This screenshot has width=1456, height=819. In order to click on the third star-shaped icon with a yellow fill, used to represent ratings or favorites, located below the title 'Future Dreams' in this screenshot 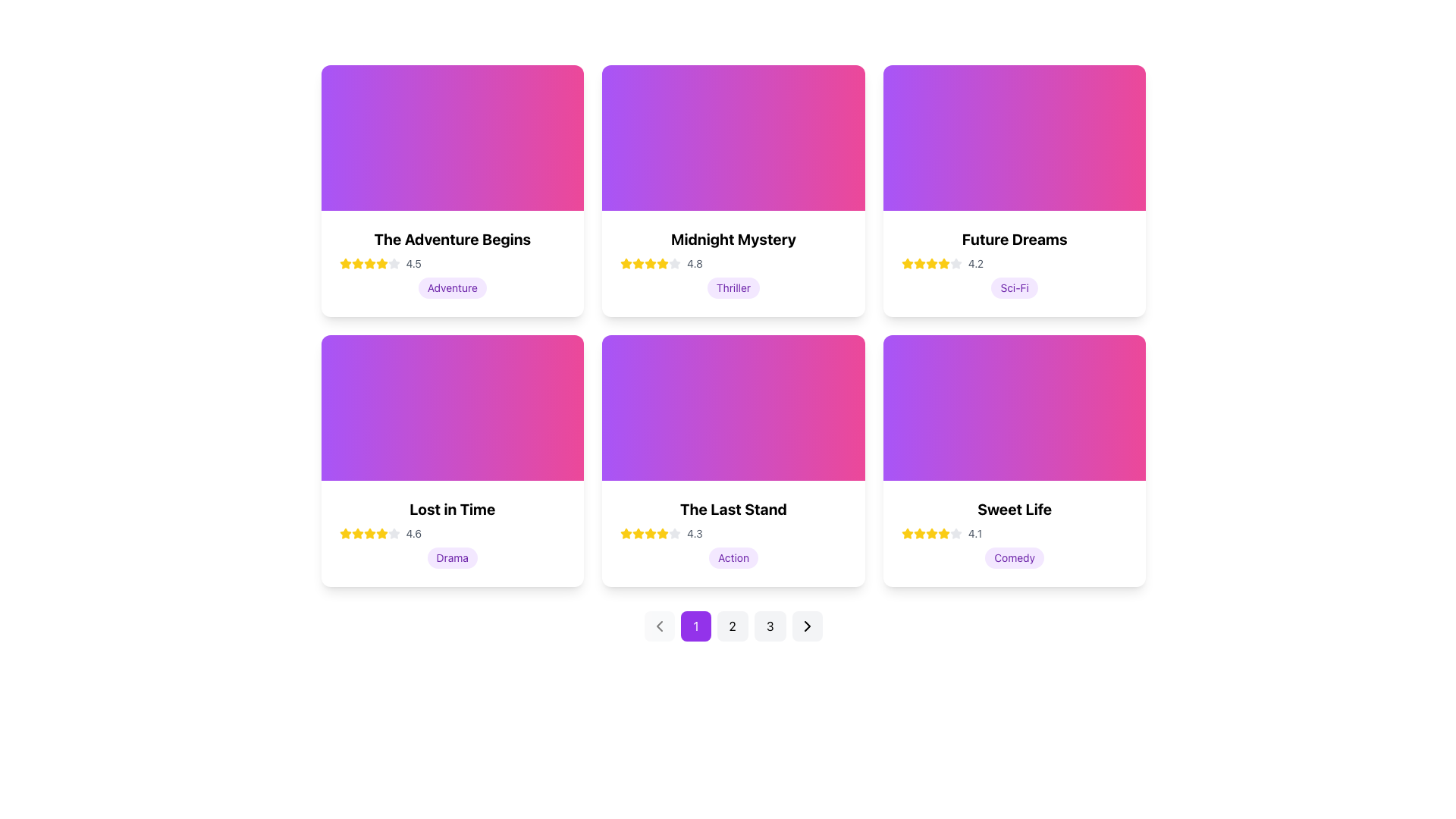, I will do `click(943, 262)`.